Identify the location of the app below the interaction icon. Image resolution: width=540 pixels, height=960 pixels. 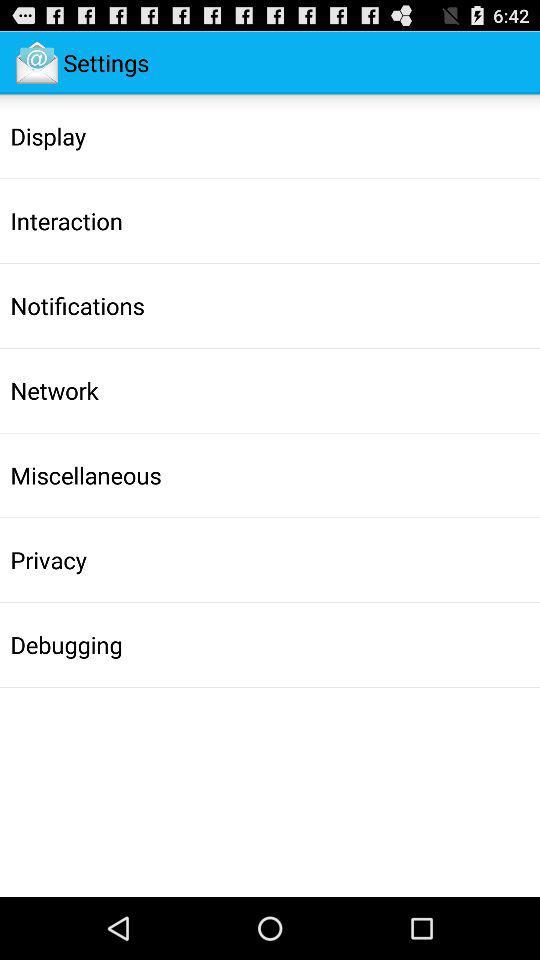
(76, 305).